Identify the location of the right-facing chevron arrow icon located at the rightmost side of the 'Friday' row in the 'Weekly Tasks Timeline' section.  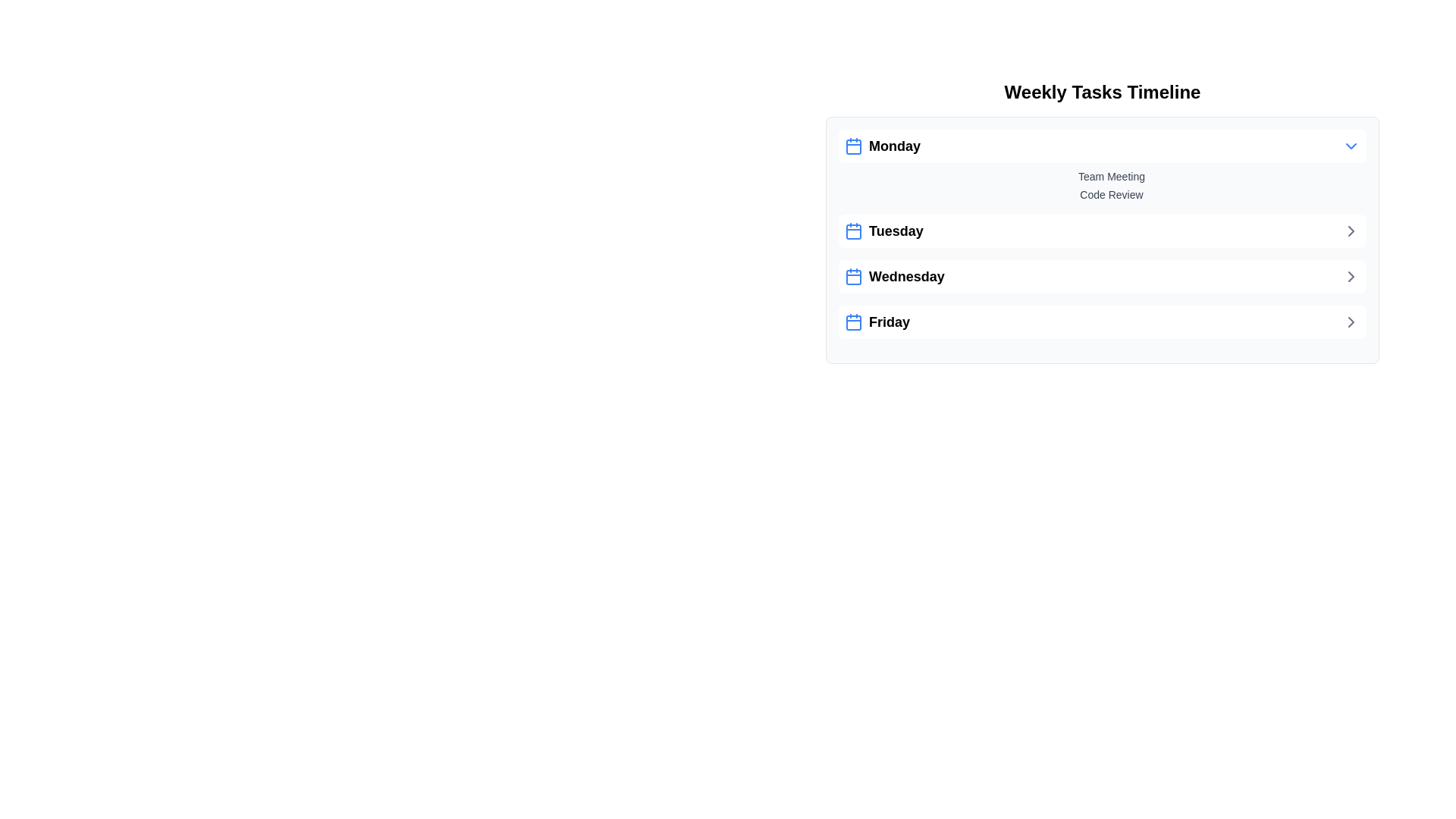
(1351, 321).